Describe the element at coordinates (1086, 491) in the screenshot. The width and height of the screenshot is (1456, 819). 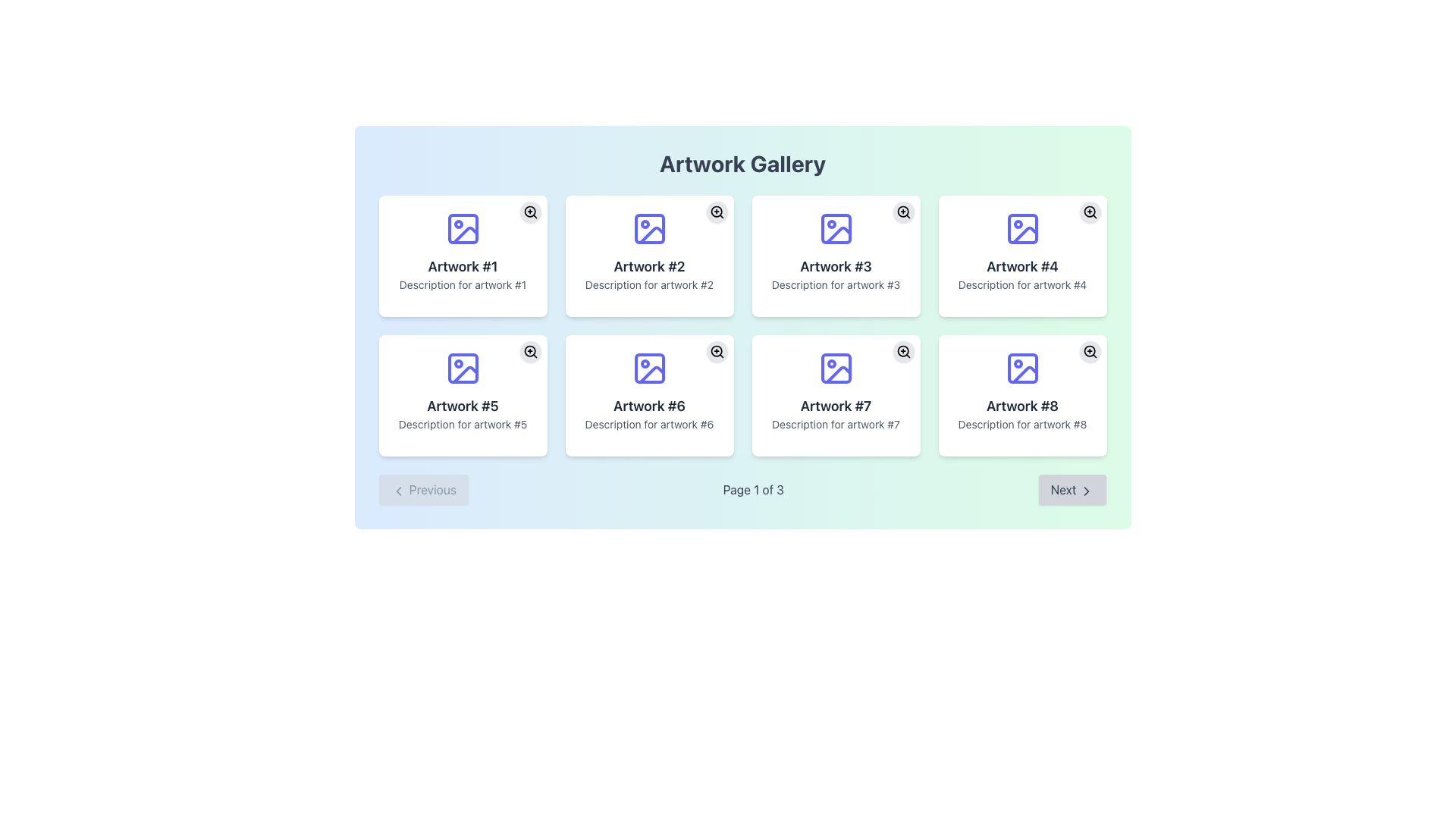
I see `the arrow icon located inside the 'Next' button at the bottom right of the interface, positioned next to the text 'Next'` at that location.